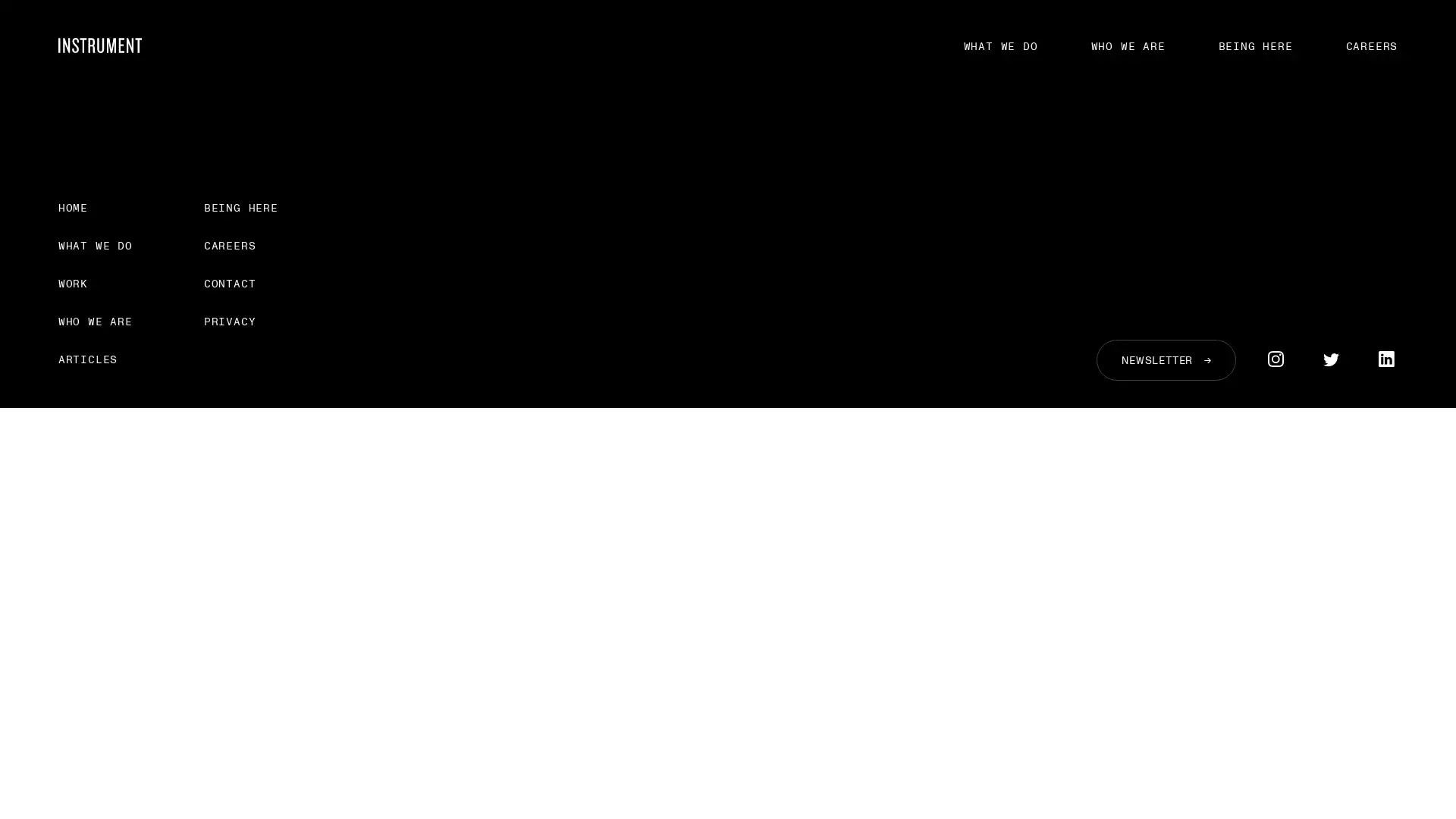 This screenshot has height=819, width=1456. Describe the element at coordinates (1165, 359) in the screenshot. I see `NEWSLETTER` at that location.